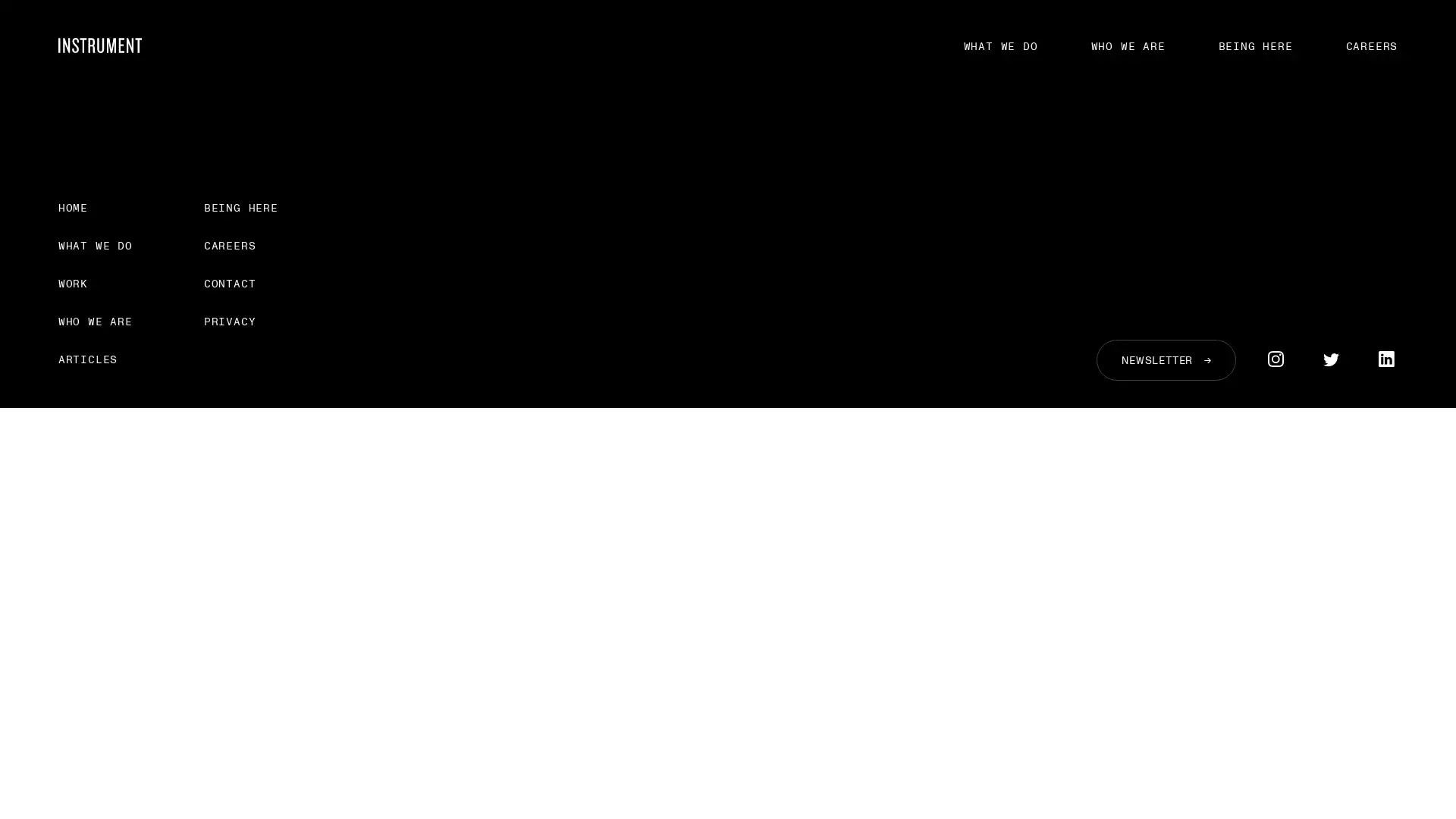 This screenshot has height=819, width=1456. Describe the element at coordinates (1165, 359) in the screenshot. I see `NEWSLETTER` at that location.